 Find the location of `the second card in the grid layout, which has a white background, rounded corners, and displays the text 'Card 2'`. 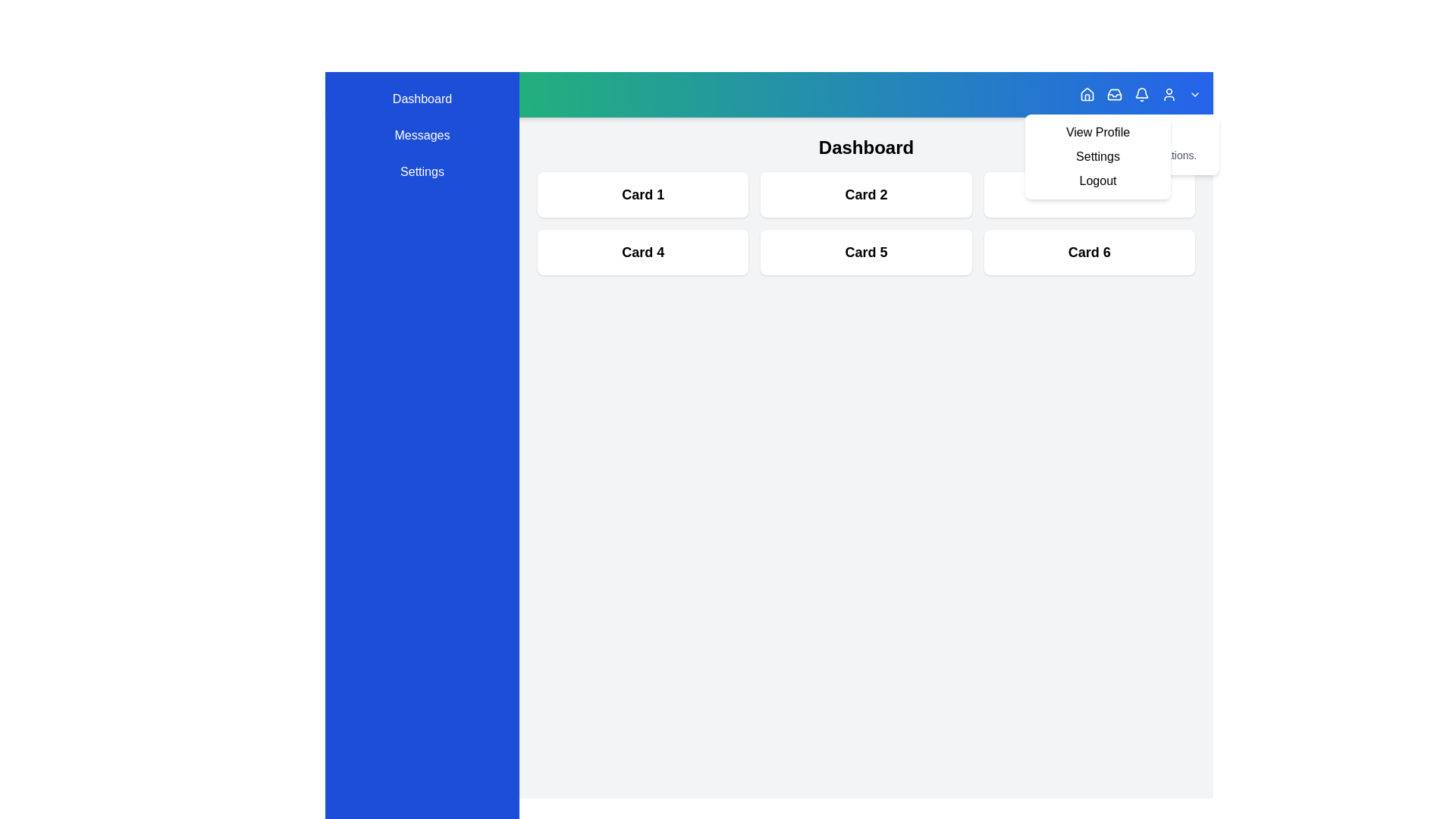

the second card in the grid layout, which has a white background, rounded corners, and displays the text 'Card 2' is located at coordinates (866, 194).